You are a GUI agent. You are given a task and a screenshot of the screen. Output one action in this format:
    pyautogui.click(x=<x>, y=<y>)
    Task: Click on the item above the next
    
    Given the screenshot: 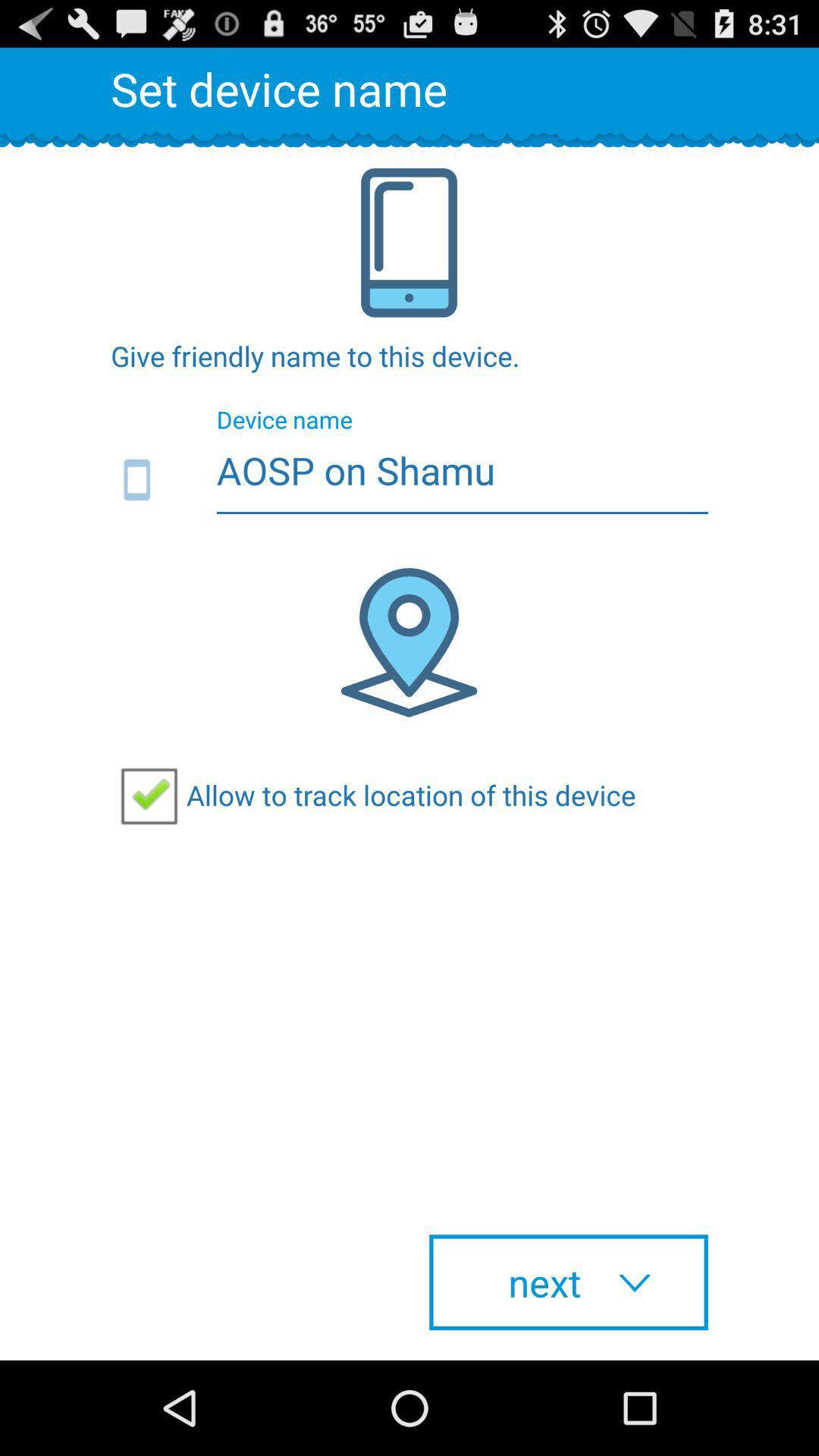 What is the action you would take?
    pyautogui.click(x=373, y=794)
    